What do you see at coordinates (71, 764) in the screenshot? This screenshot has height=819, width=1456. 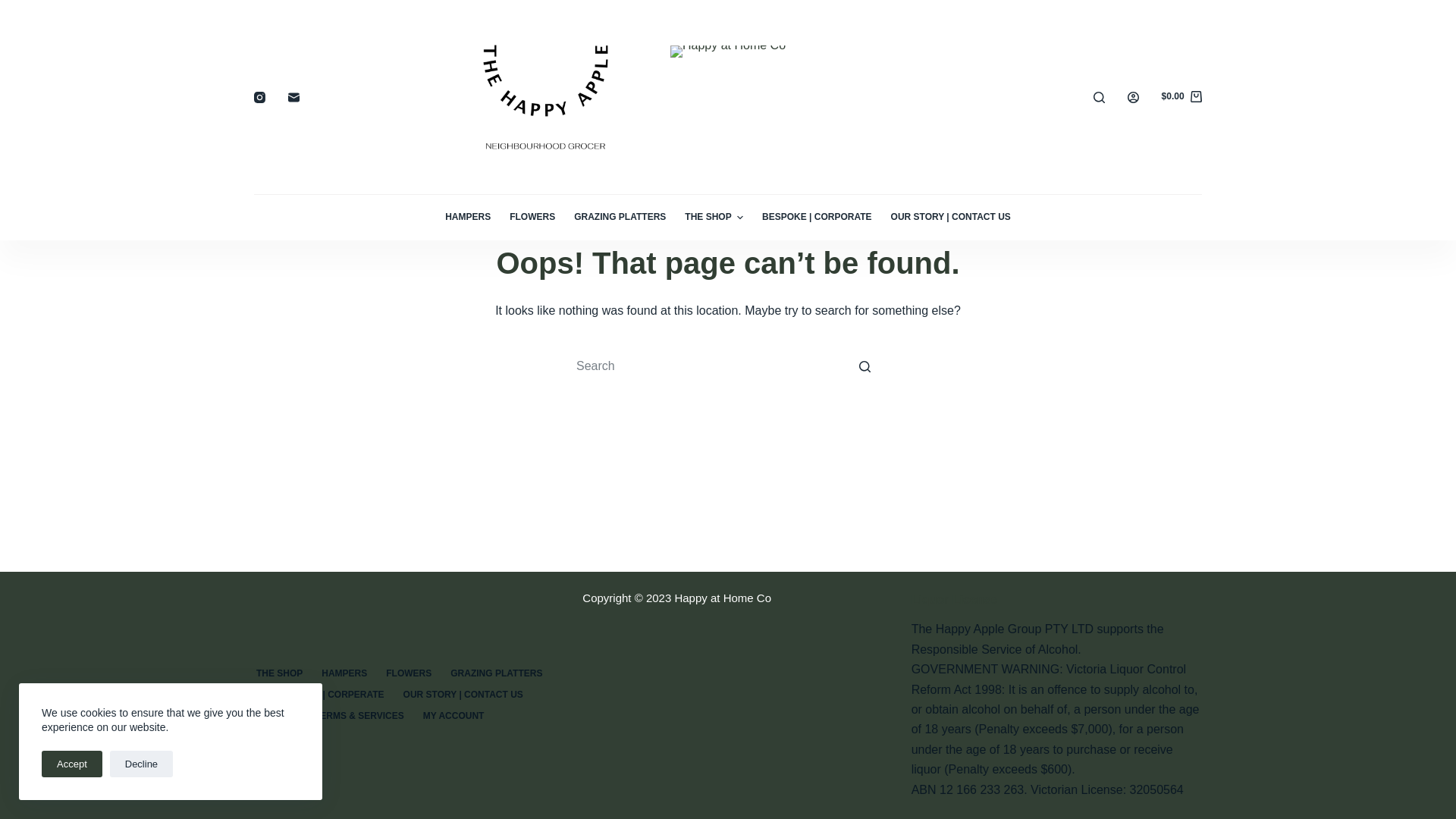 I see `'Accept'` at bounding box center [71, 764].